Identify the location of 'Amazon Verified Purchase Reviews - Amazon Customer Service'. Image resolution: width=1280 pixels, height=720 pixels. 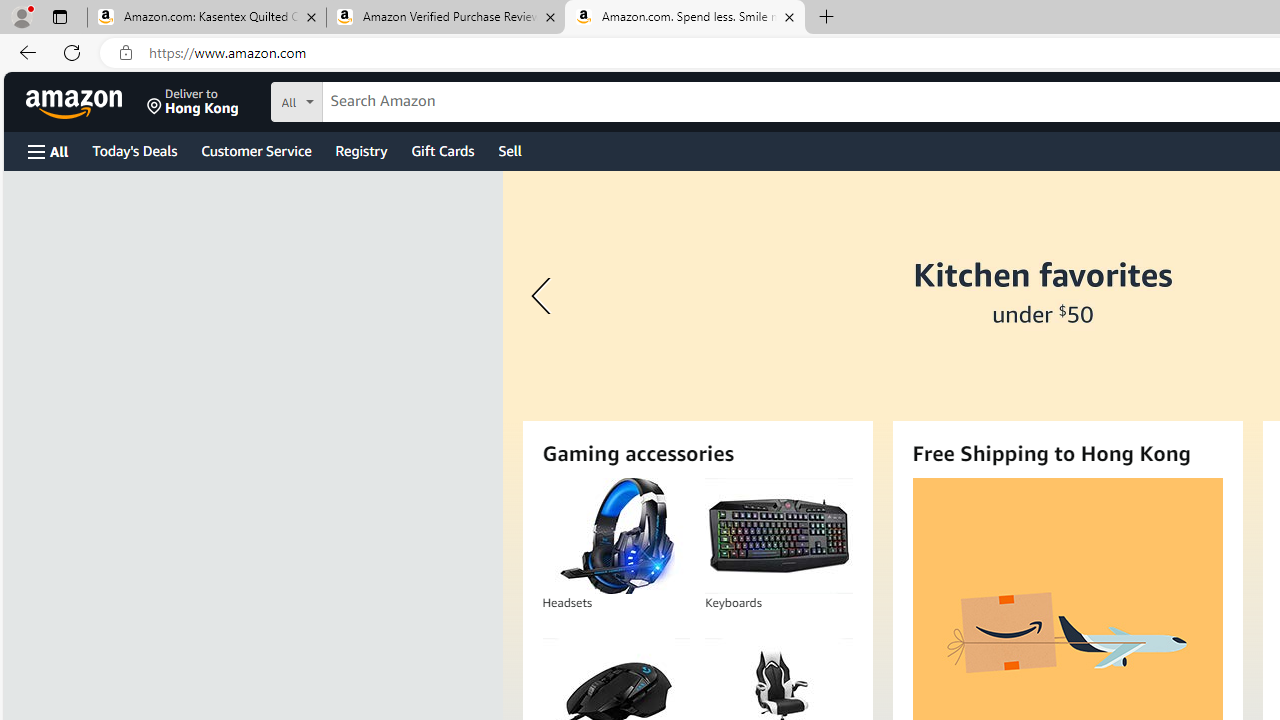
(444, 17).